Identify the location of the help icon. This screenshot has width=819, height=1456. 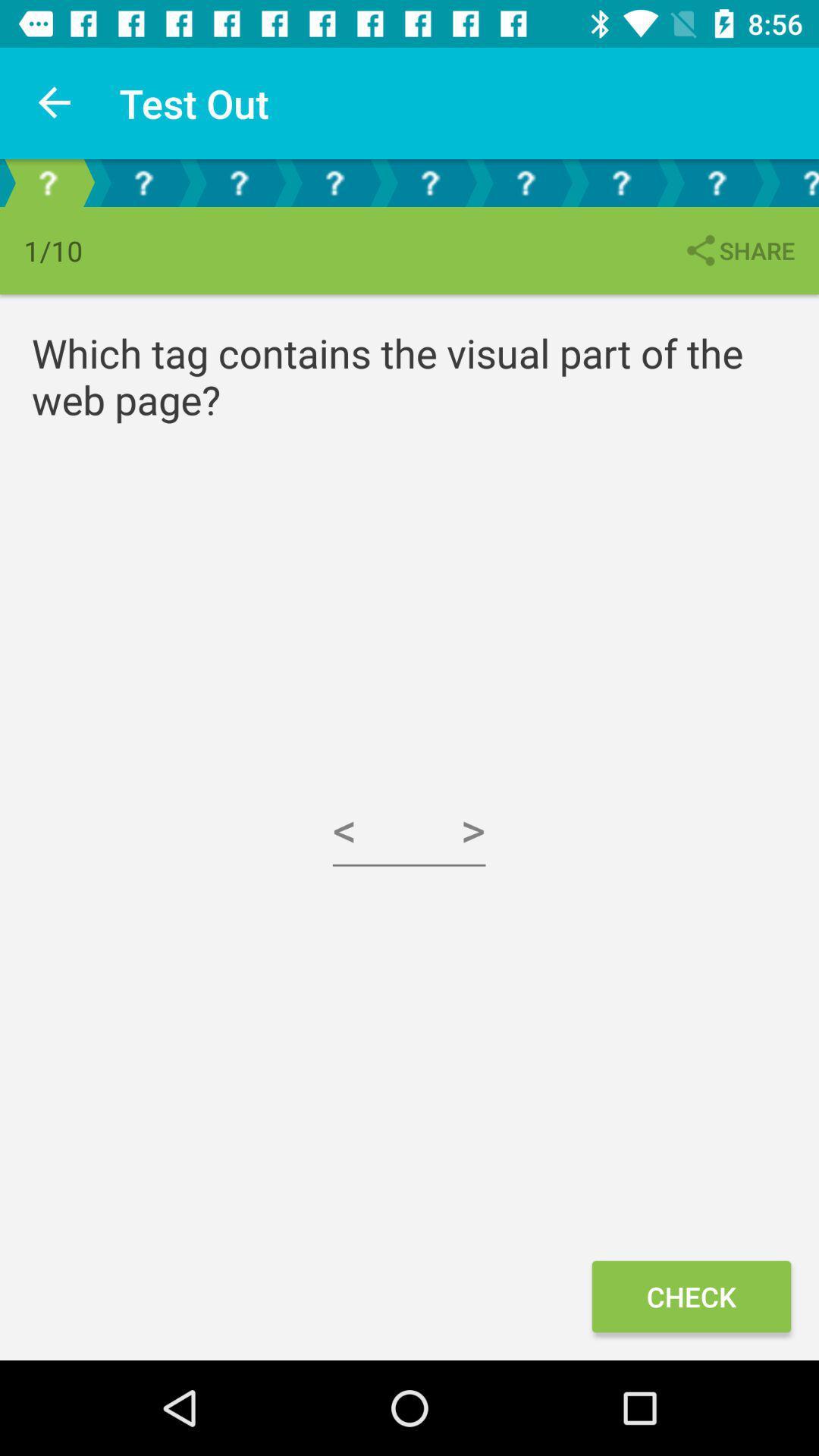
(791, 182).